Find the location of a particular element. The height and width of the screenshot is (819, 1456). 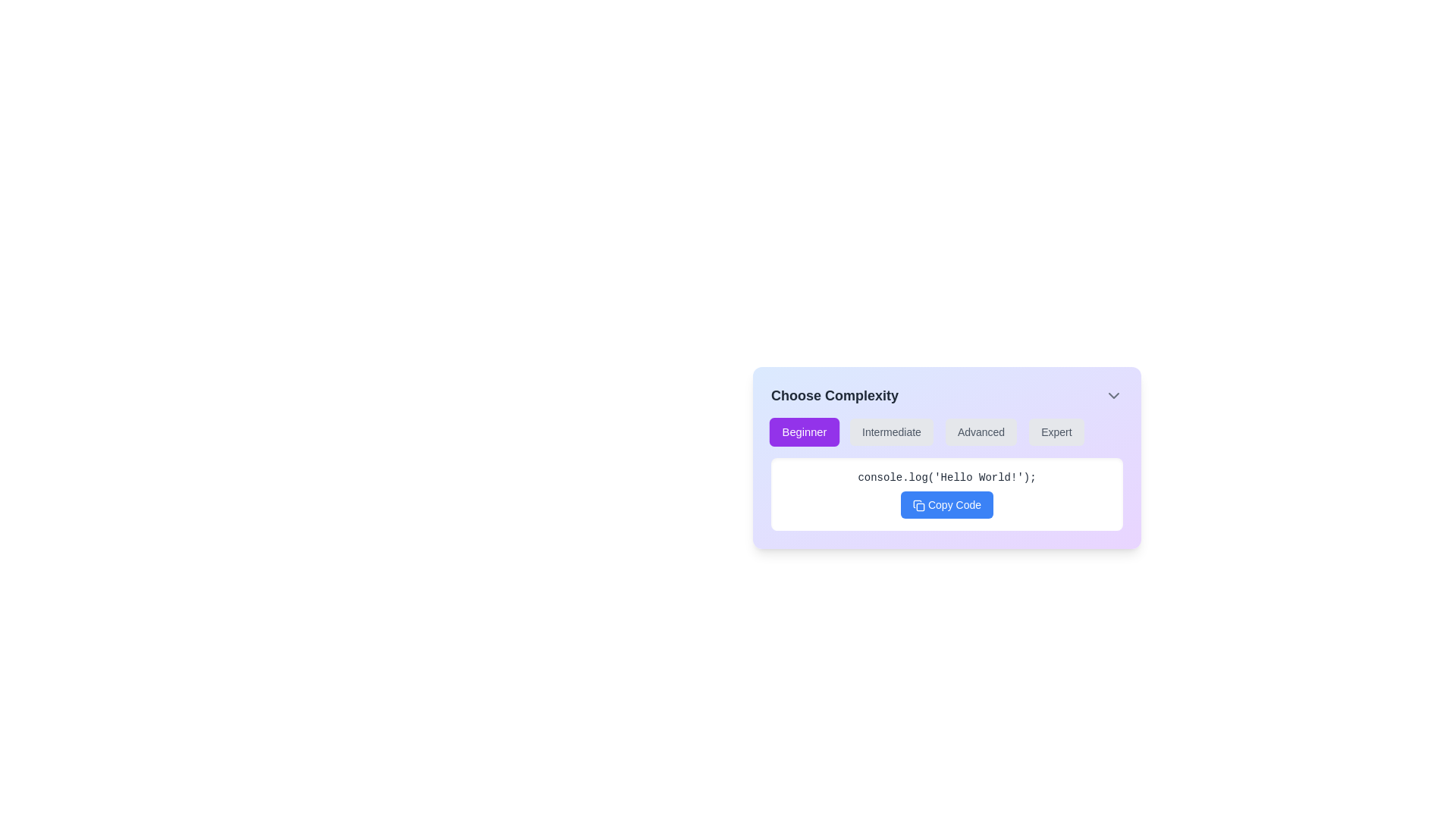

the 'Expert' level button, which is the fourth button in a horizontally aligned group below the title 'Choose Complexity' is located at coordinates (1056, 432).